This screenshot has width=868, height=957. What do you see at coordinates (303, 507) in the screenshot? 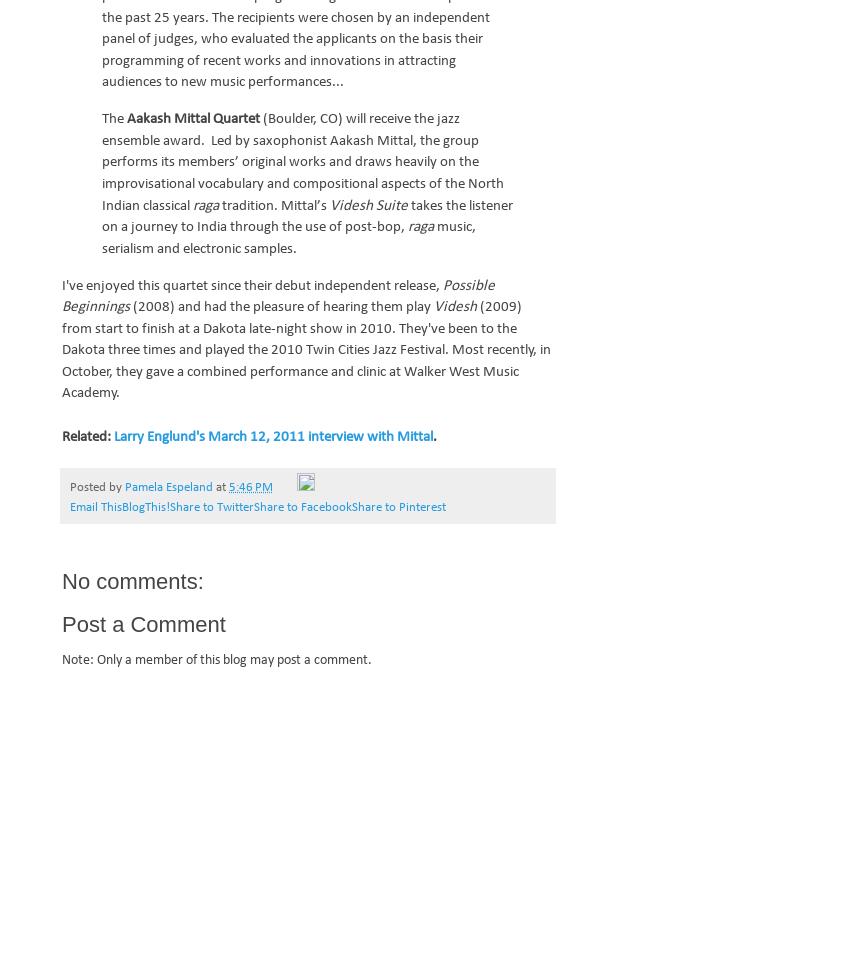
I see `'Share to Facebook'` at bounding box center [303, 507].